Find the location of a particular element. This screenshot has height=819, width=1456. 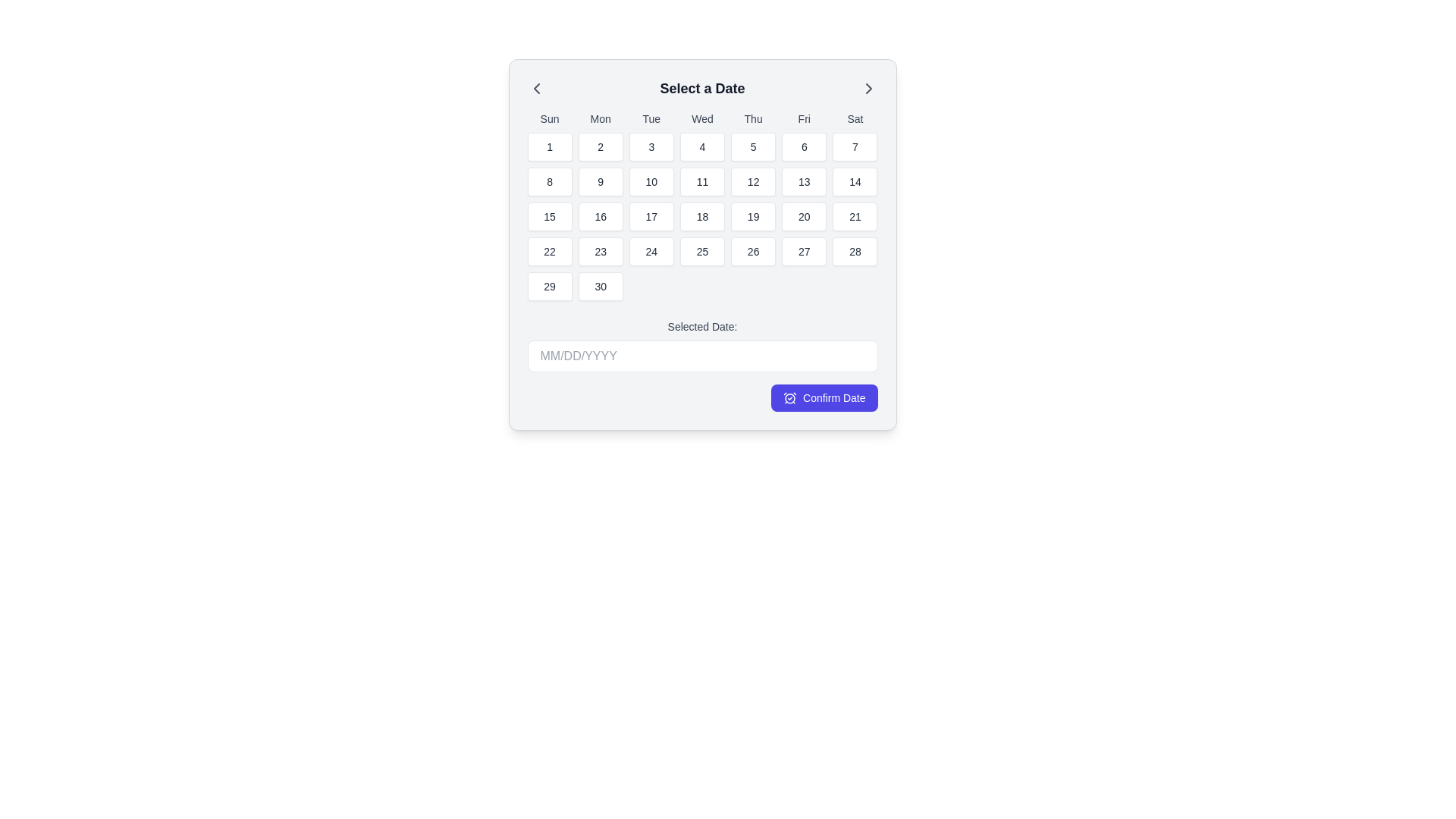

the button representing the date '21' in the calendar interface is located at coordinates (855, 216).